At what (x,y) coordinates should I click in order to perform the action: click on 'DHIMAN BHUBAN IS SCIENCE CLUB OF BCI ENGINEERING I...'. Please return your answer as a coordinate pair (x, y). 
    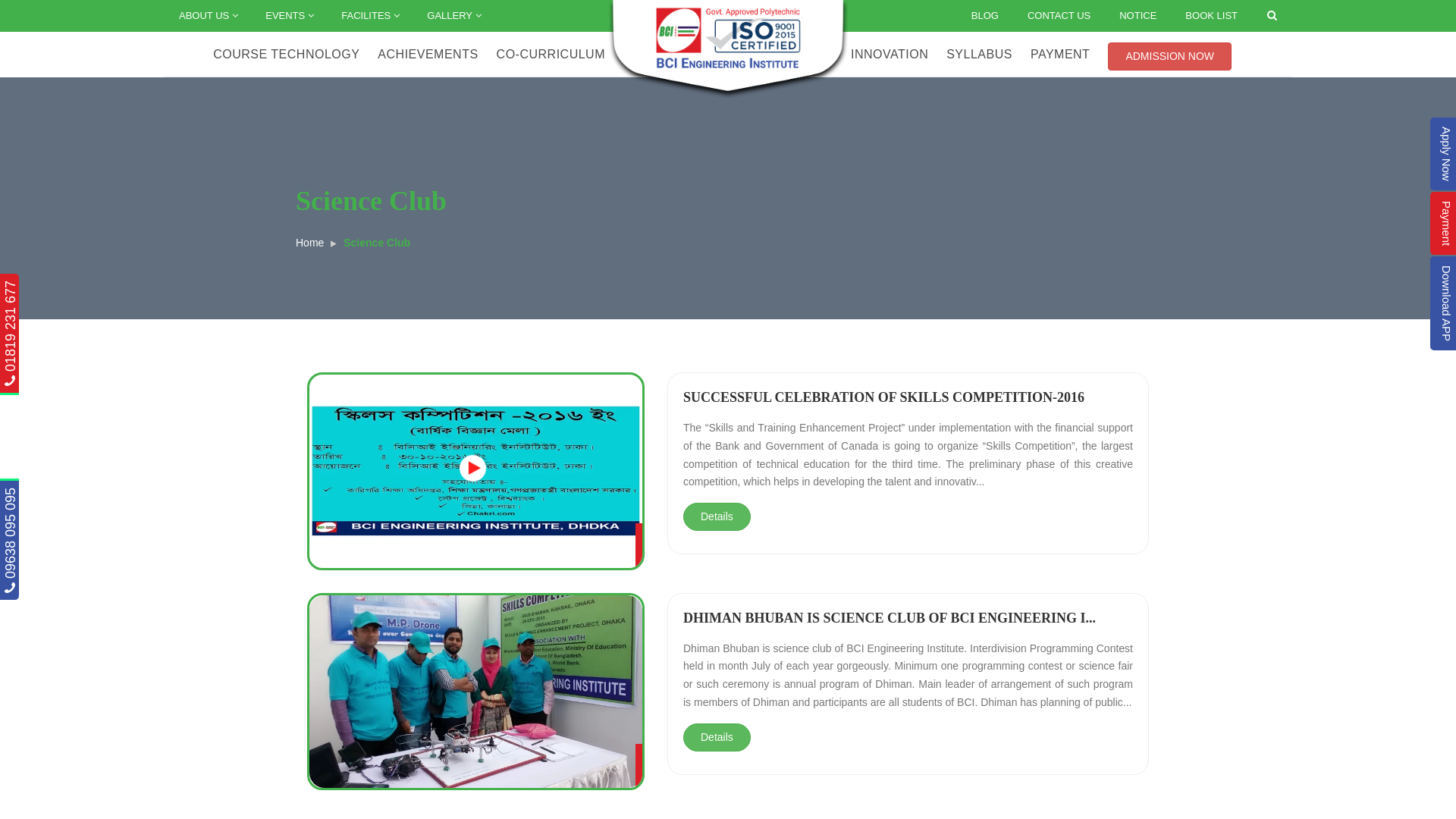
    Looking at the image, I should click on (889, 617).